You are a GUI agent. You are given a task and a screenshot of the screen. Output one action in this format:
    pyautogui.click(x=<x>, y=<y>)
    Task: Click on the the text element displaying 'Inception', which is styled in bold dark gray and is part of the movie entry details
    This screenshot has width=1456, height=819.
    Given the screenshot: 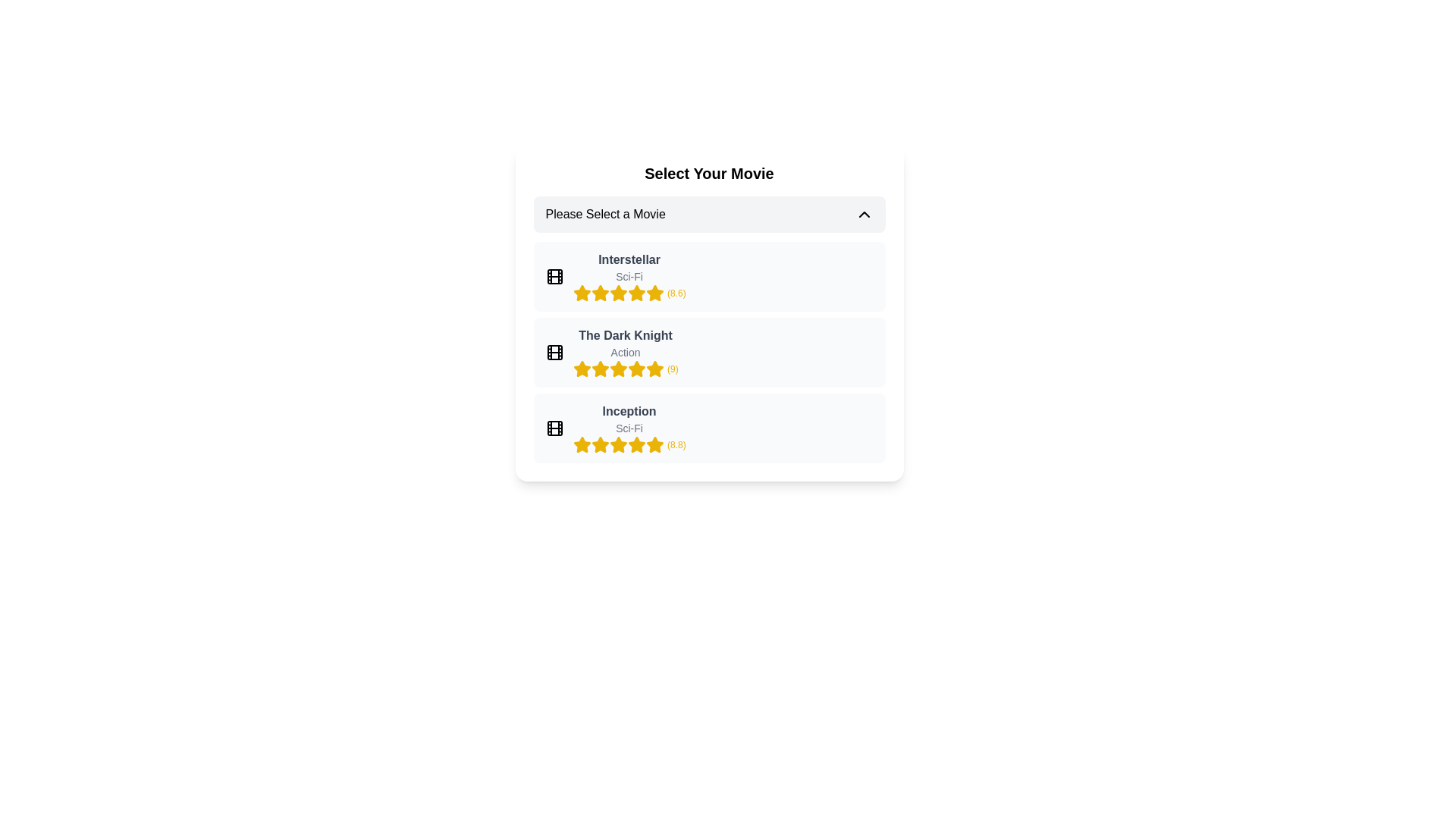 What is the action you would take?
    pyautogui.click(x=629, y=412)
    